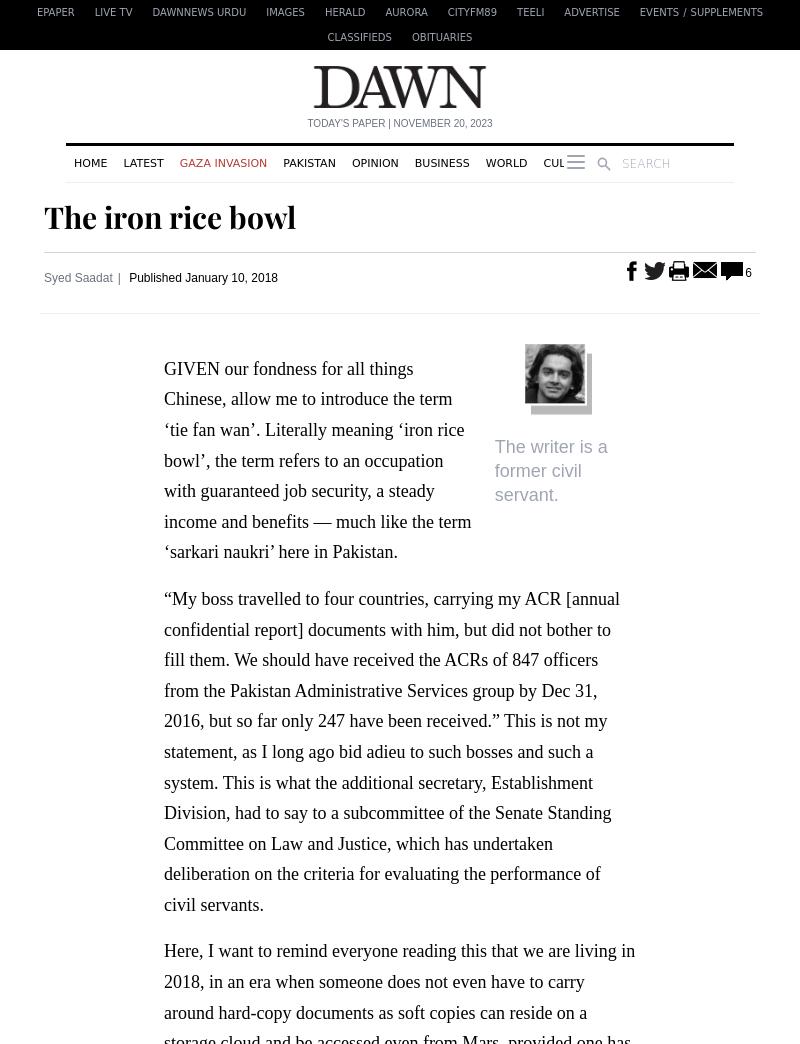 The height and width of the screenshot is (1044, 800). I want to click on 'Magazines', so click(710, 161).